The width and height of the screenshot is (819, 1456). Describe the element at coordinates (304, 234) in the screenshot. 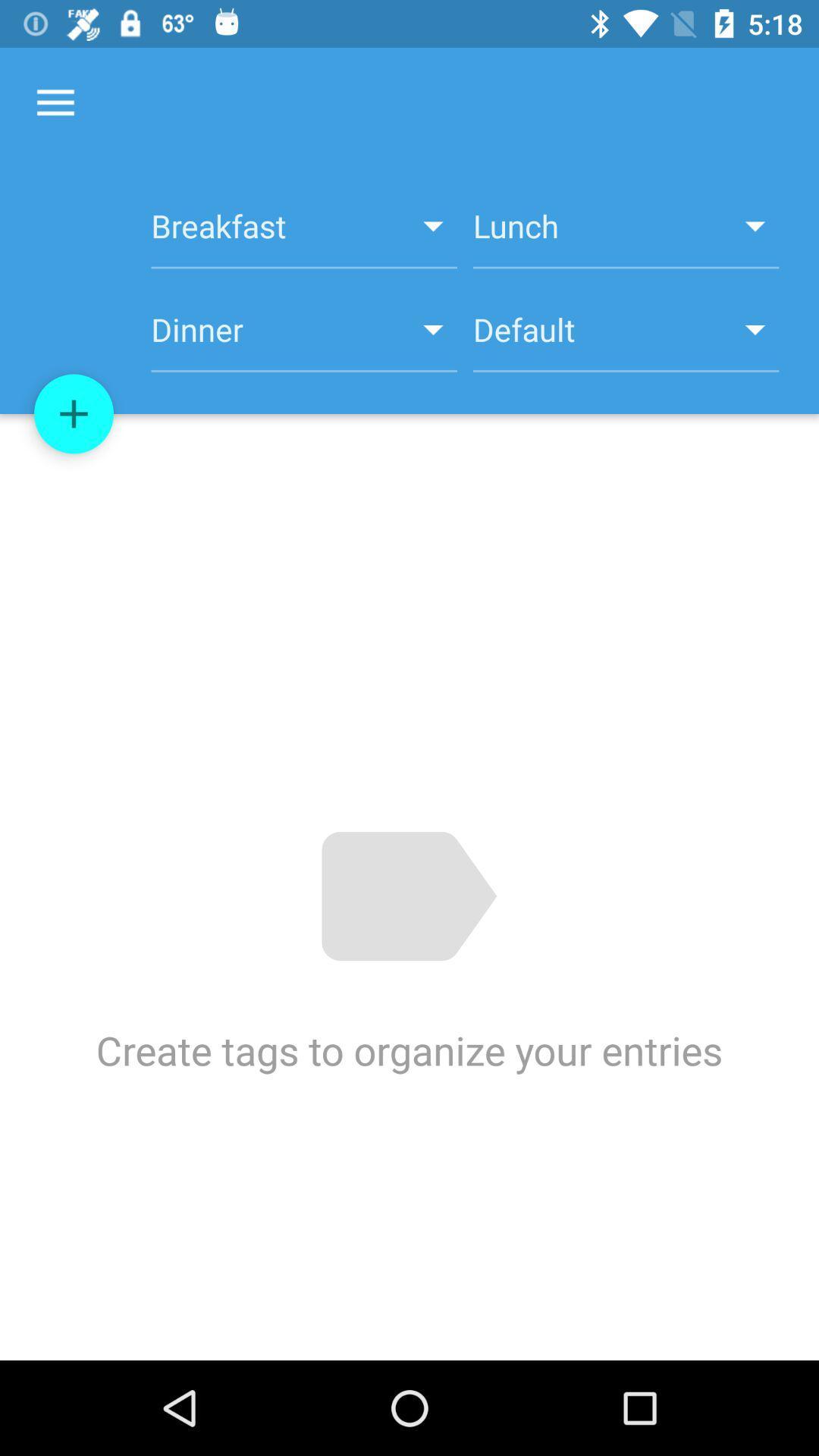

I see `icon to the left of the lunch icon` at that location.